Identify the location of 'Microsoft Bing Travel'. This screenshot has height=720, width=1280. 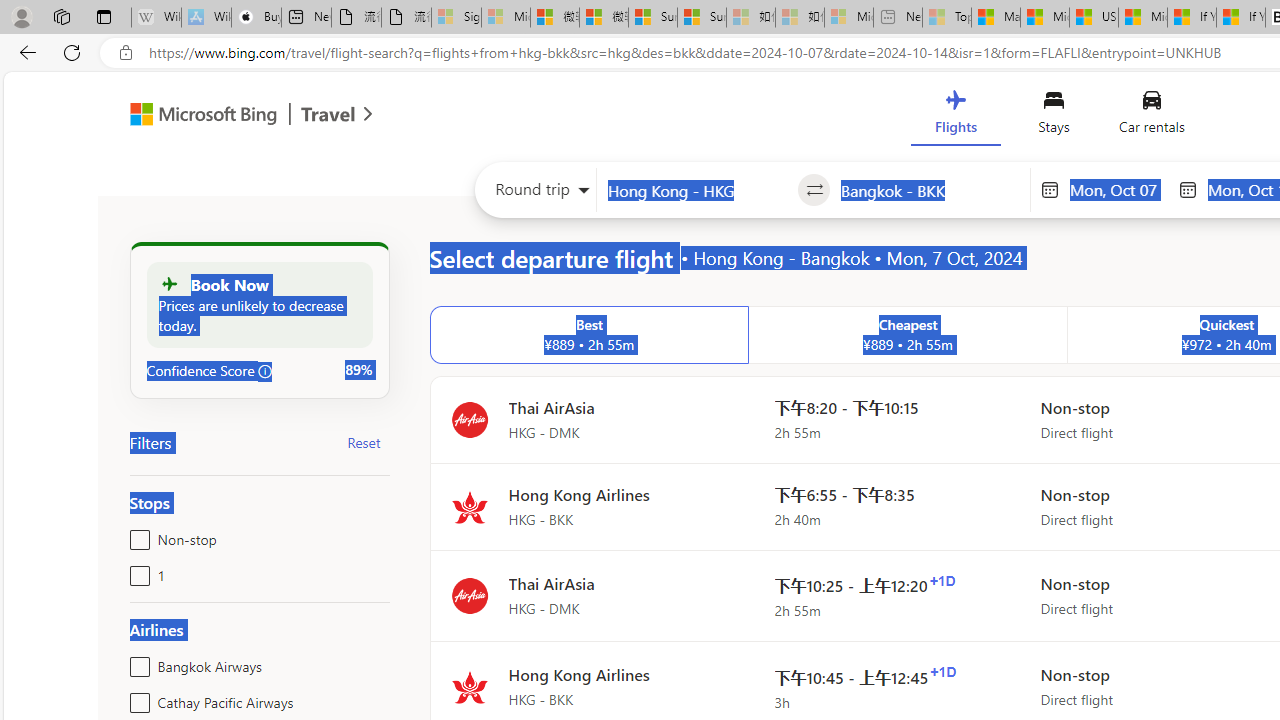
(230, 117).